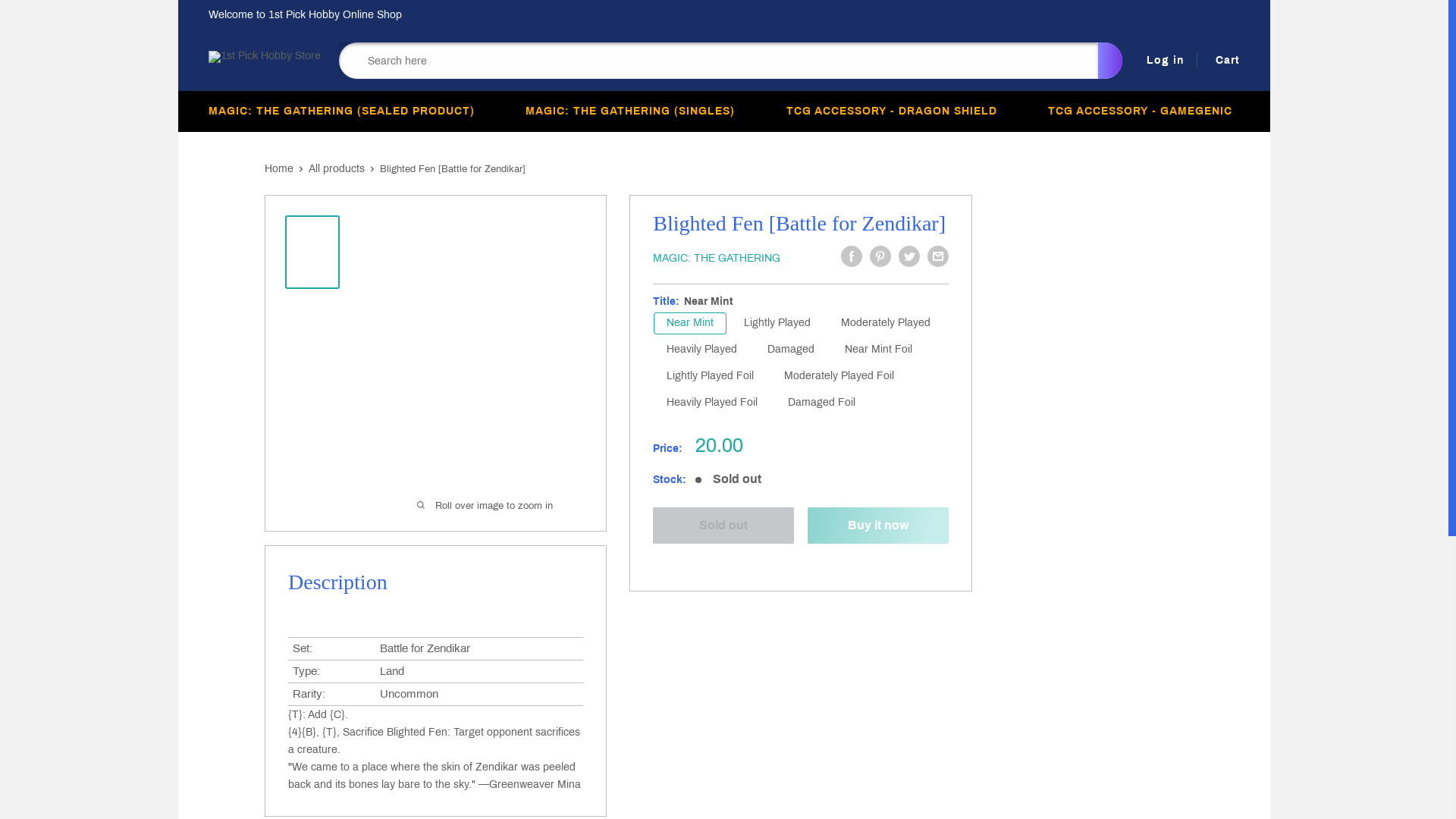 This screenshot has height=819, width=1456. Describe the element at coordinates (344, 110) in the screenshot. I see `'MAGIC: THE GATHERING (SEALED PRODUCT)  '` at that location.